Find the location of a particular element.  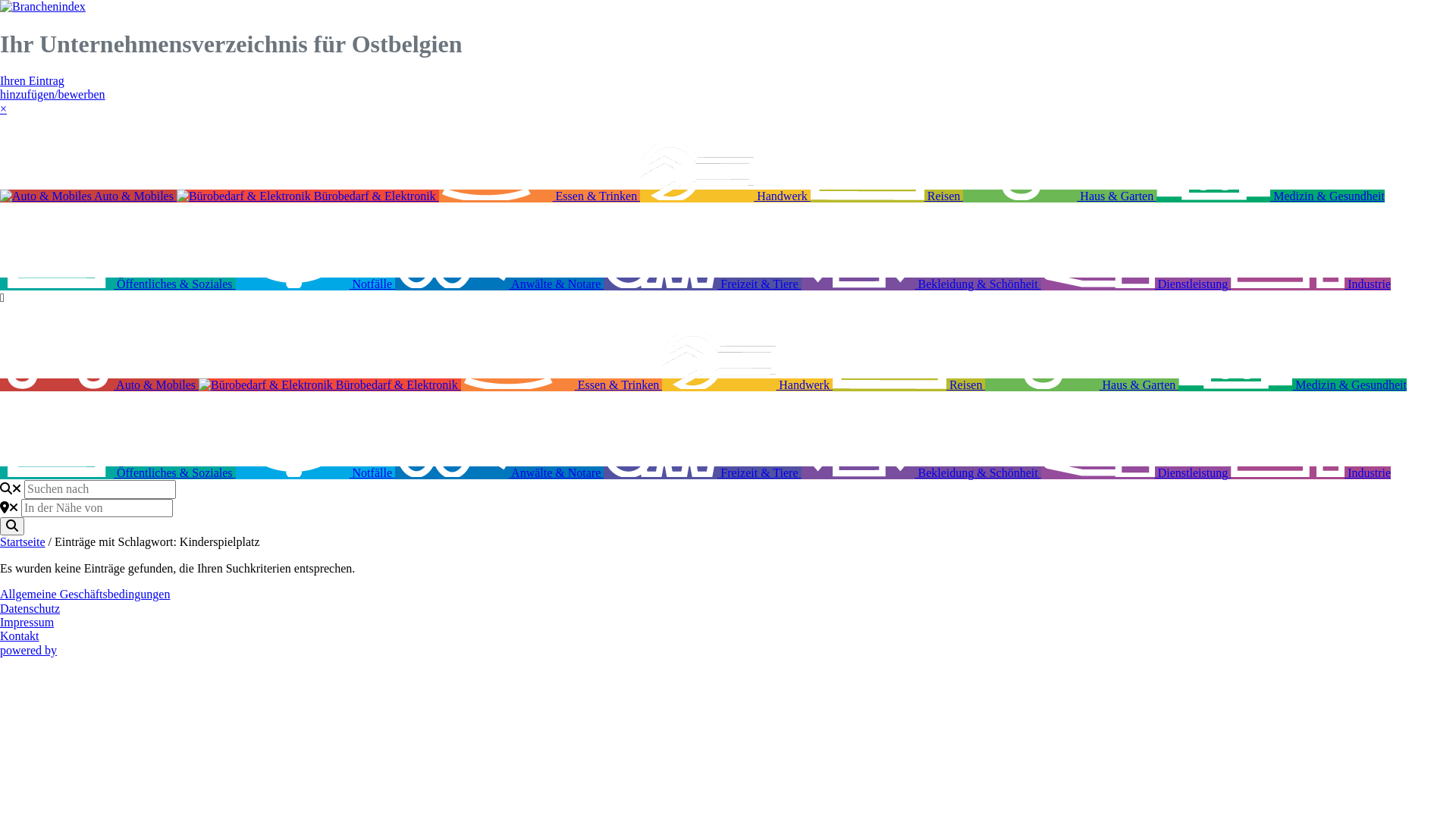

'Datenschutz' is located at coordinates (30, 607).